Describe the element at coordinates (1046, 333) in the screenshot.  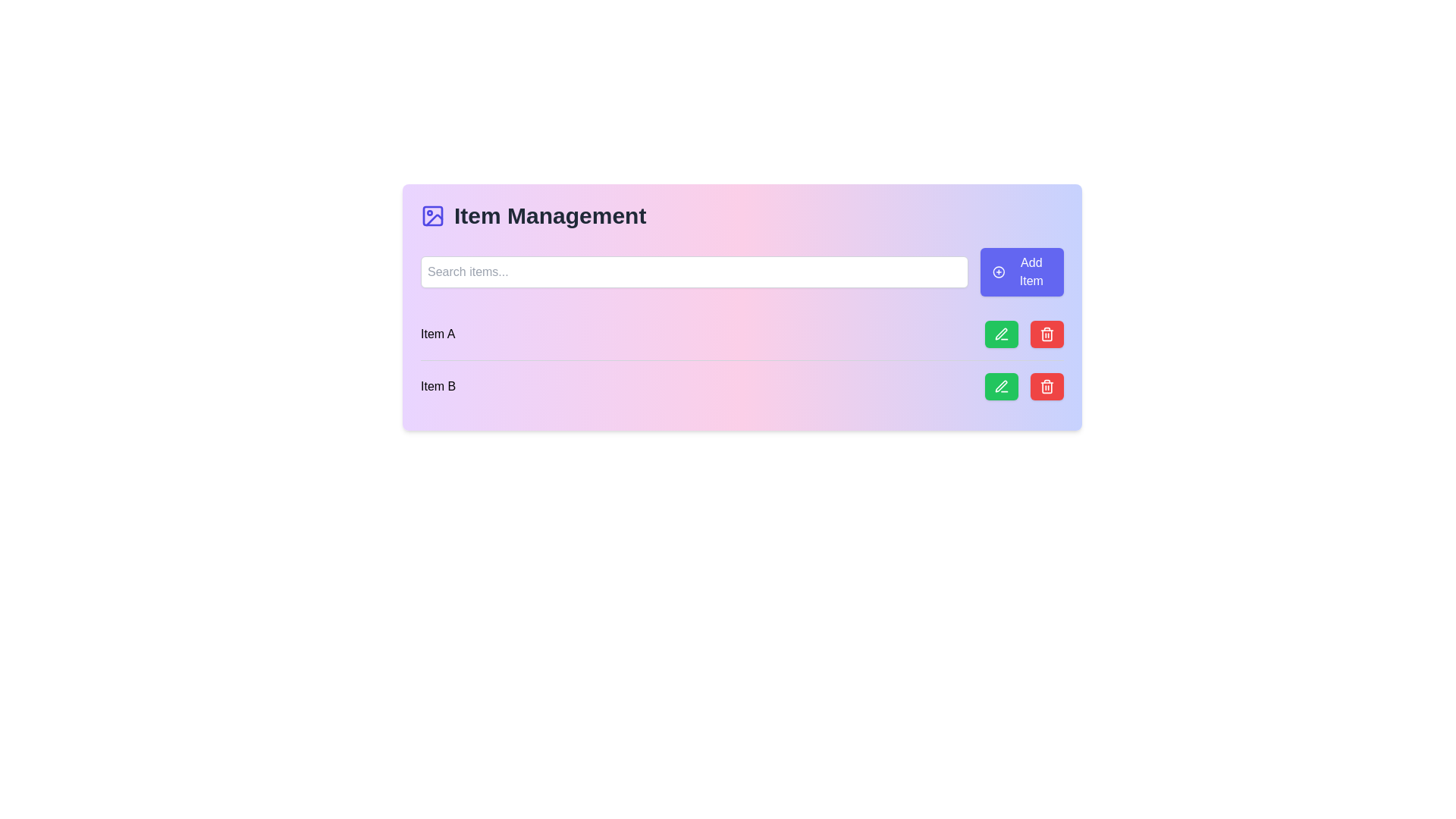
I see `the delete button located to the right of the second item in the list, which is the second button in a row of two buttons` at that location.